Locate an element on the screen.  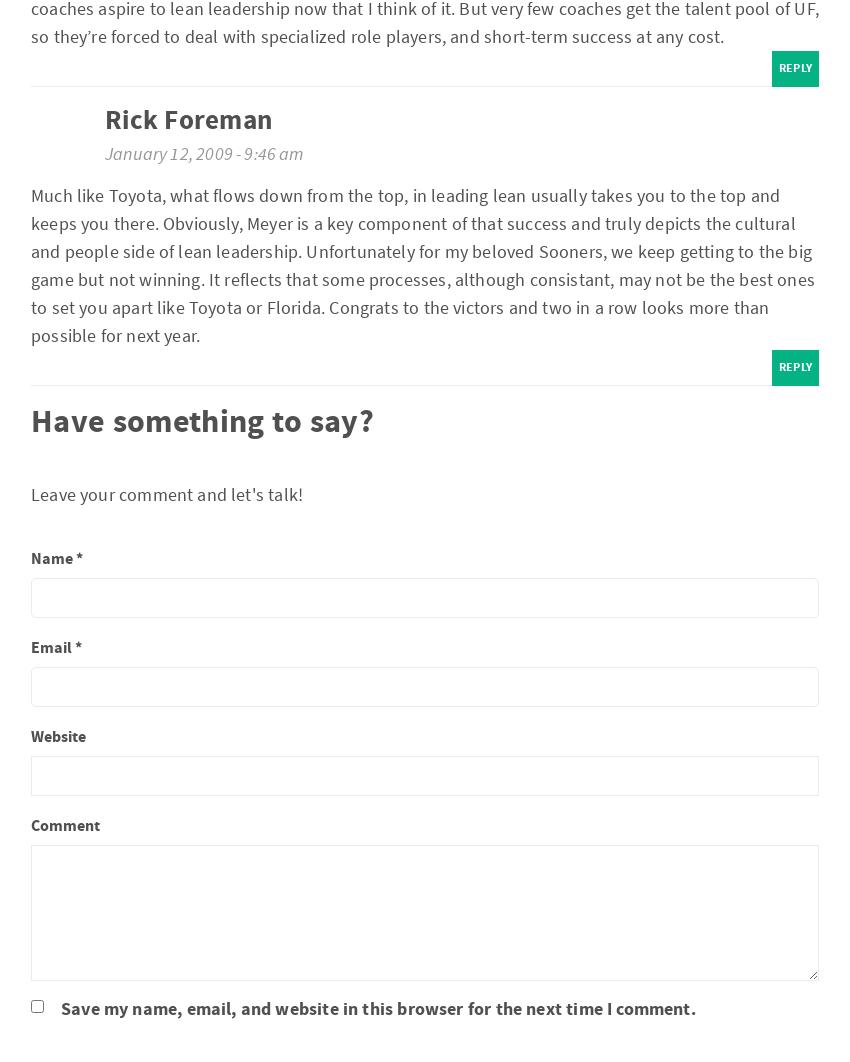
'Email' is located at coordinates (53, 646).